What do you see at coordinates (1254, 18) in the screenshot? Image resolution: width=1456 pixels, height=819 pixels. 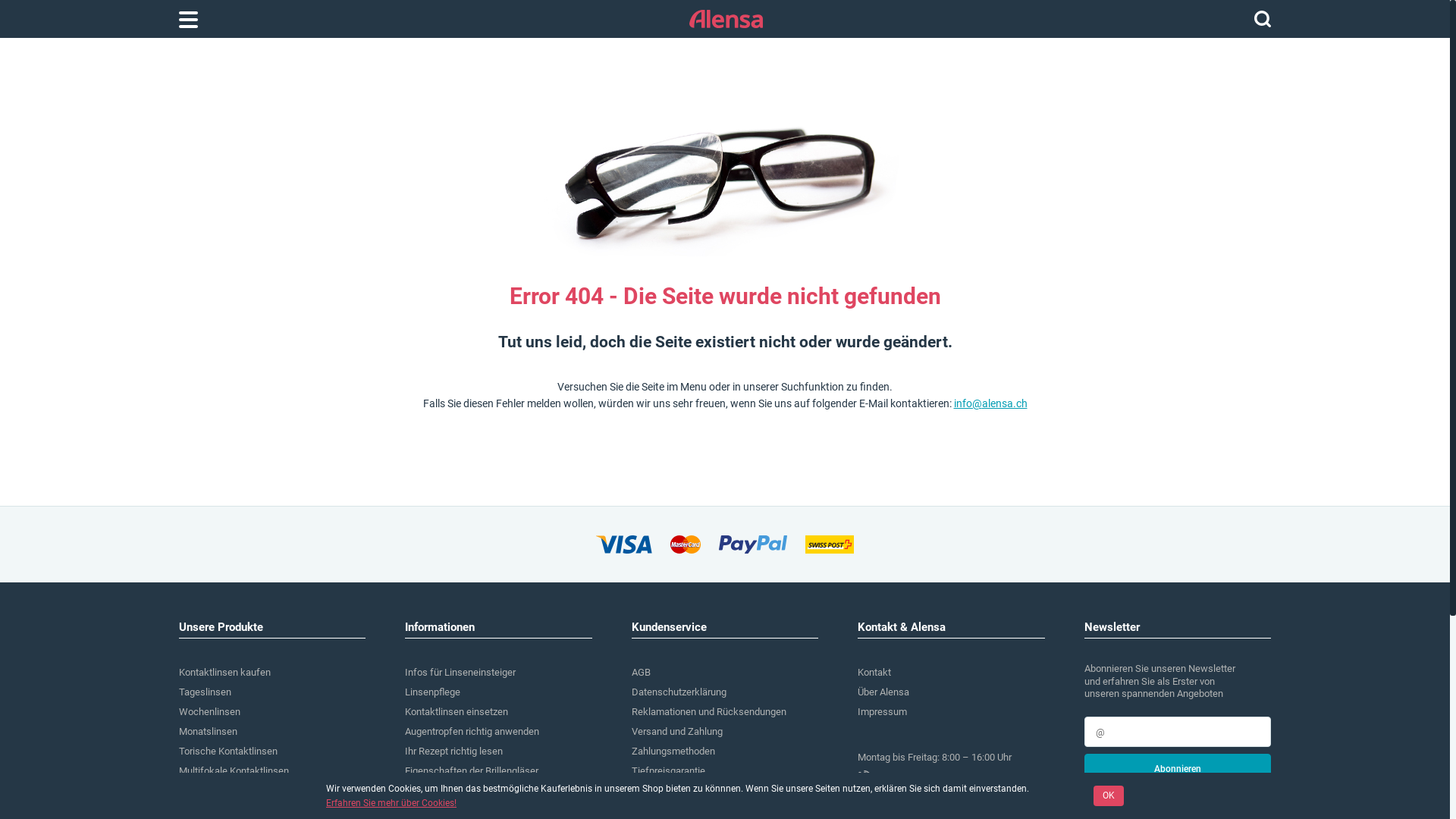 I see `'Suchen'` at bounding box center [1254, 18].